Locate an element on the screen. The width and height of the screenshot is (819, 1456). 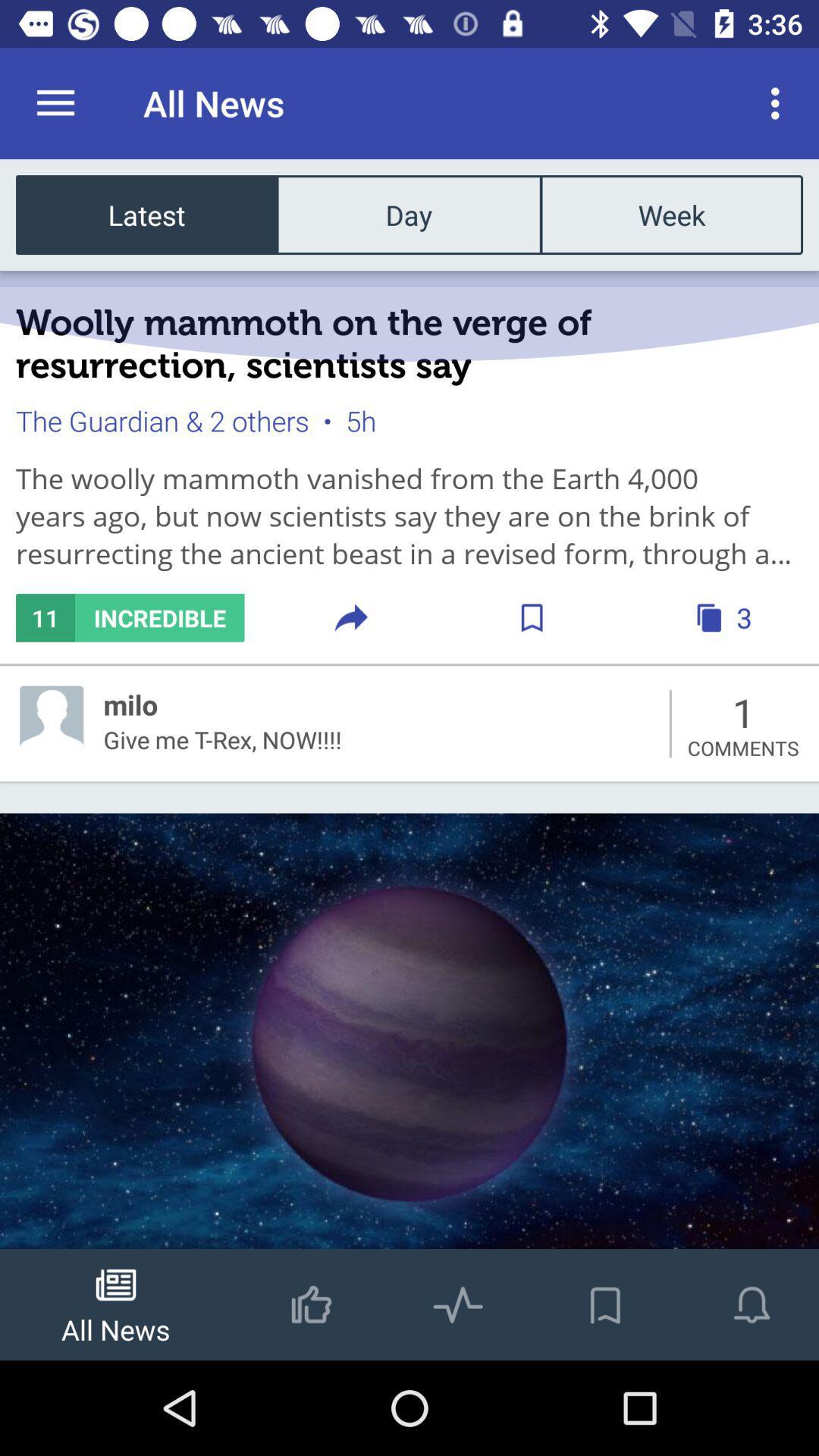
the latest icon is located at coordinates (146, 214).